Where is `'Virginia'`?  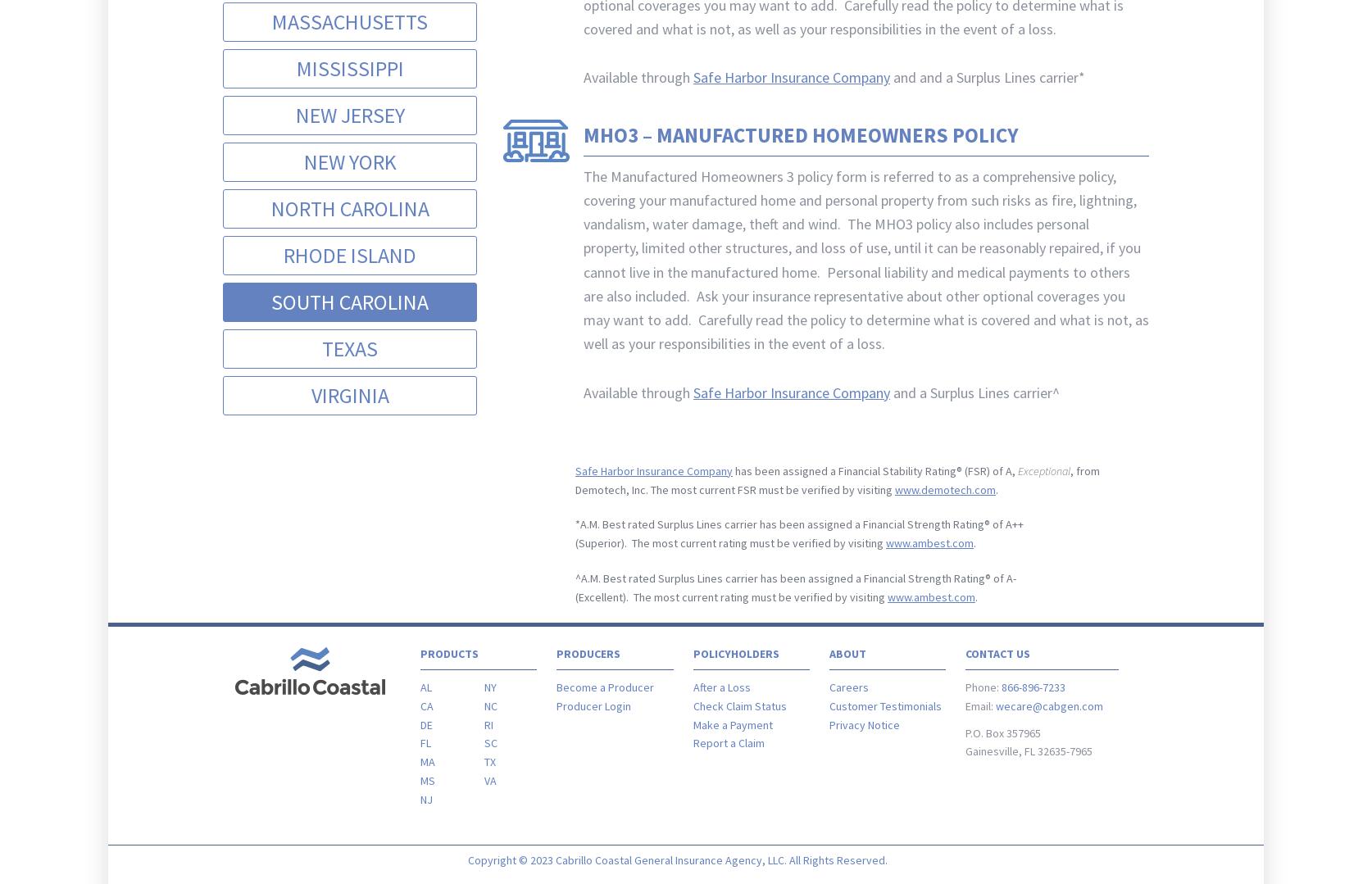
'Virginia' is located at coordinates (348, 393).